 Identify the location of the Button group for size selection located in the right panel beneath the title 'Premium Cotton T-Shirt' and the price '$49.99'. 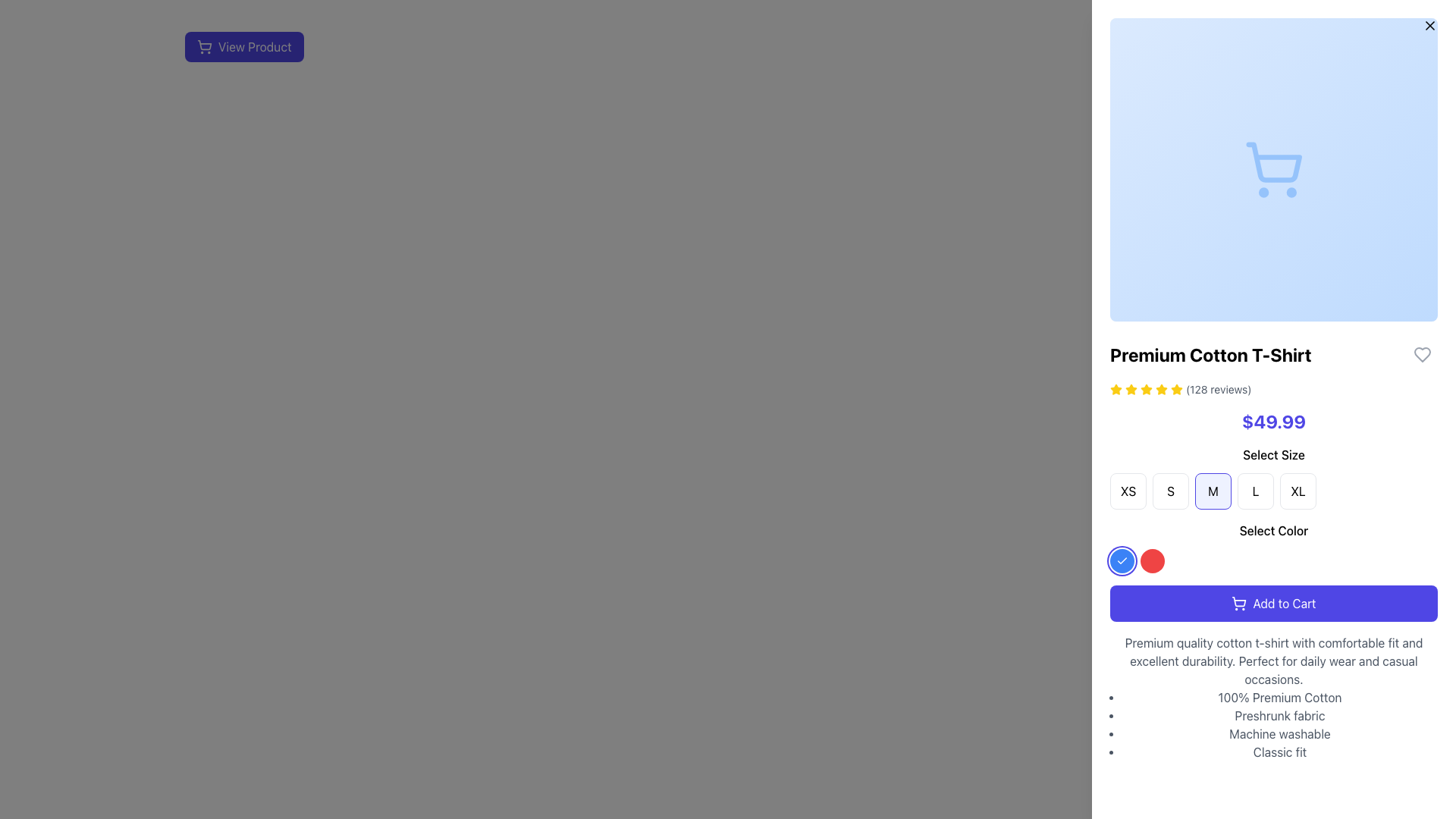
(1274, 476).